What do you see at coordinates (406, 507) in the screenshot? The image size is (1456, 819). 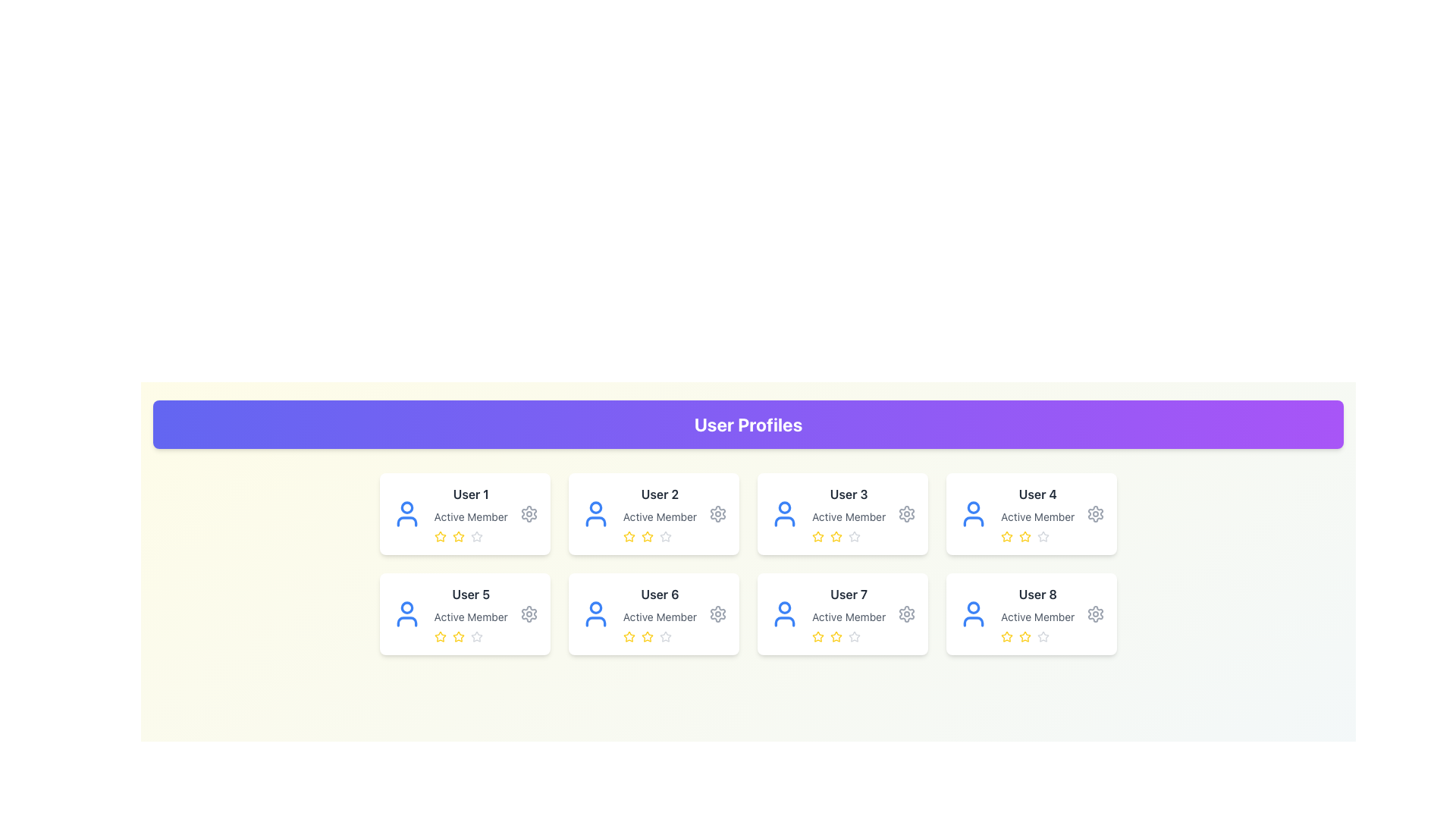 I see `the solid circular shape located at the top center of the user avatar icon representing 'User 1' on the card` at bounding box center [406, 507].